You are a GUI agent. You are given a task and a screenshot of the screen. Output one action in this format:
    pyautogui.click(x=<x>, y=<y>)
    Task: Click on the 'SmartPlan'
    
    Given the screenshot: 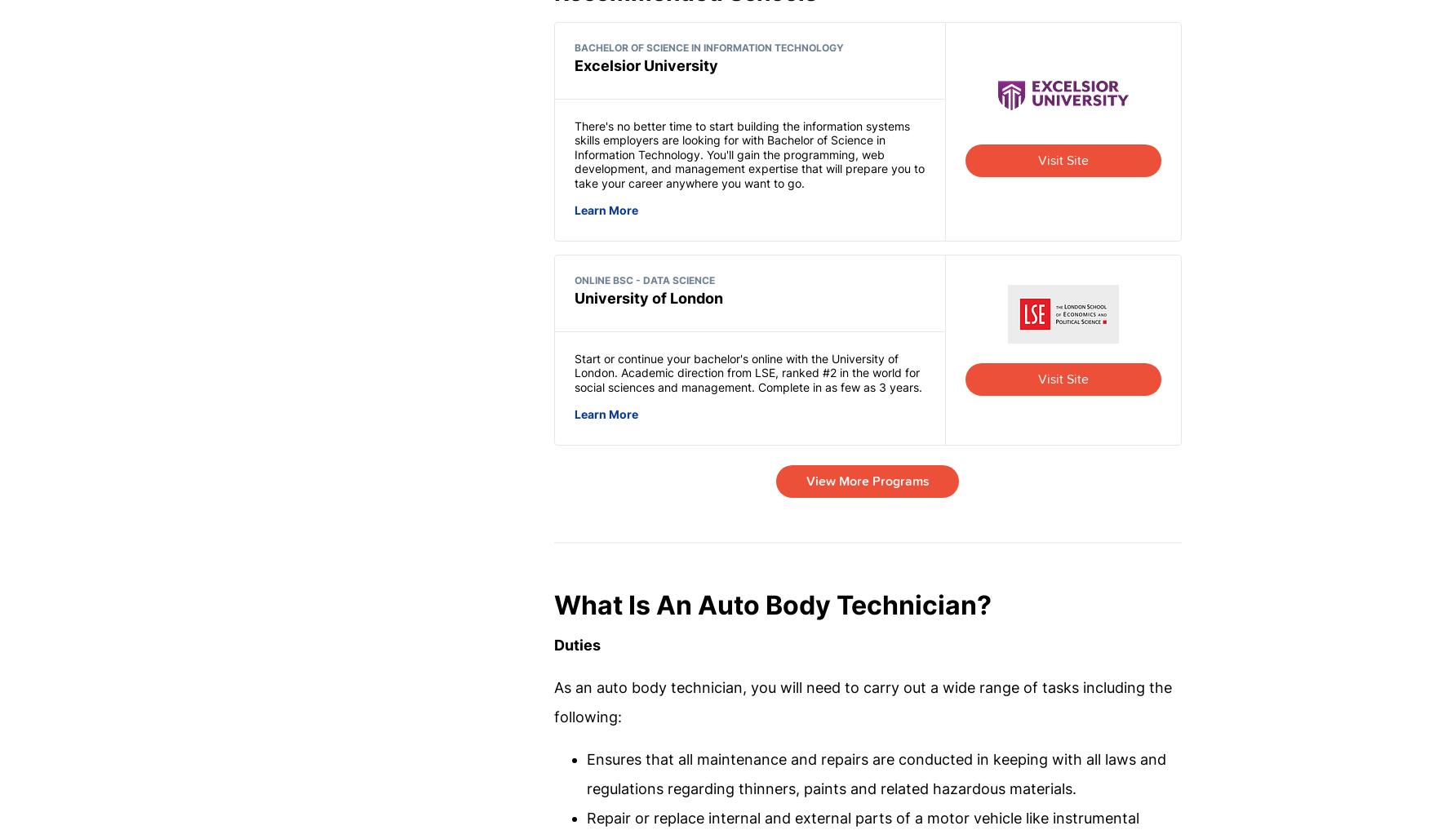 What is the action you would take?
    pyautogui.click(x=674, y=649)
    